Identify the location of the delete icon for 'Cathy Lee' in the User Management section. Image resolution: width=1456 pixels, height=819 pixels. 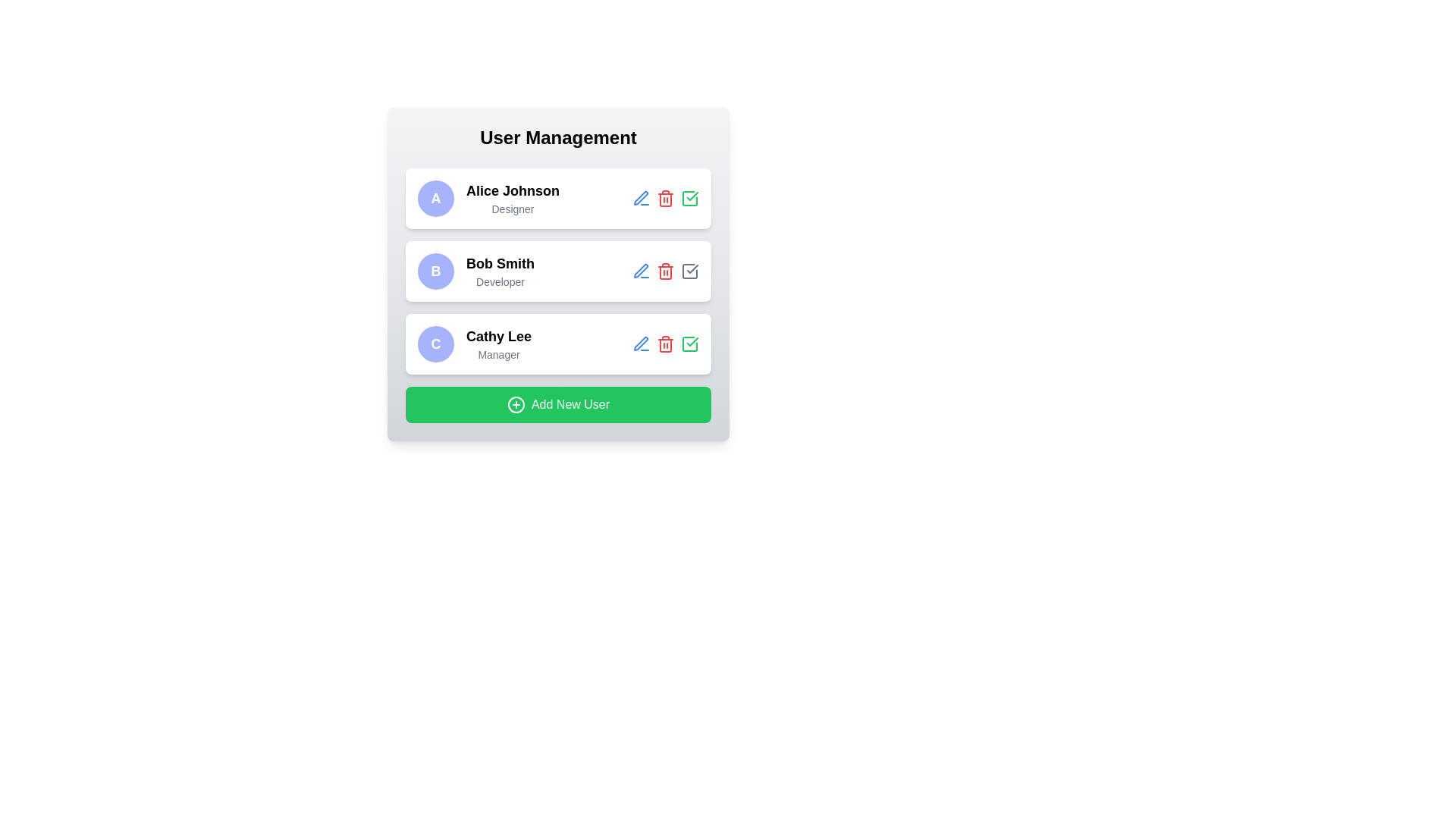
(666, 344).